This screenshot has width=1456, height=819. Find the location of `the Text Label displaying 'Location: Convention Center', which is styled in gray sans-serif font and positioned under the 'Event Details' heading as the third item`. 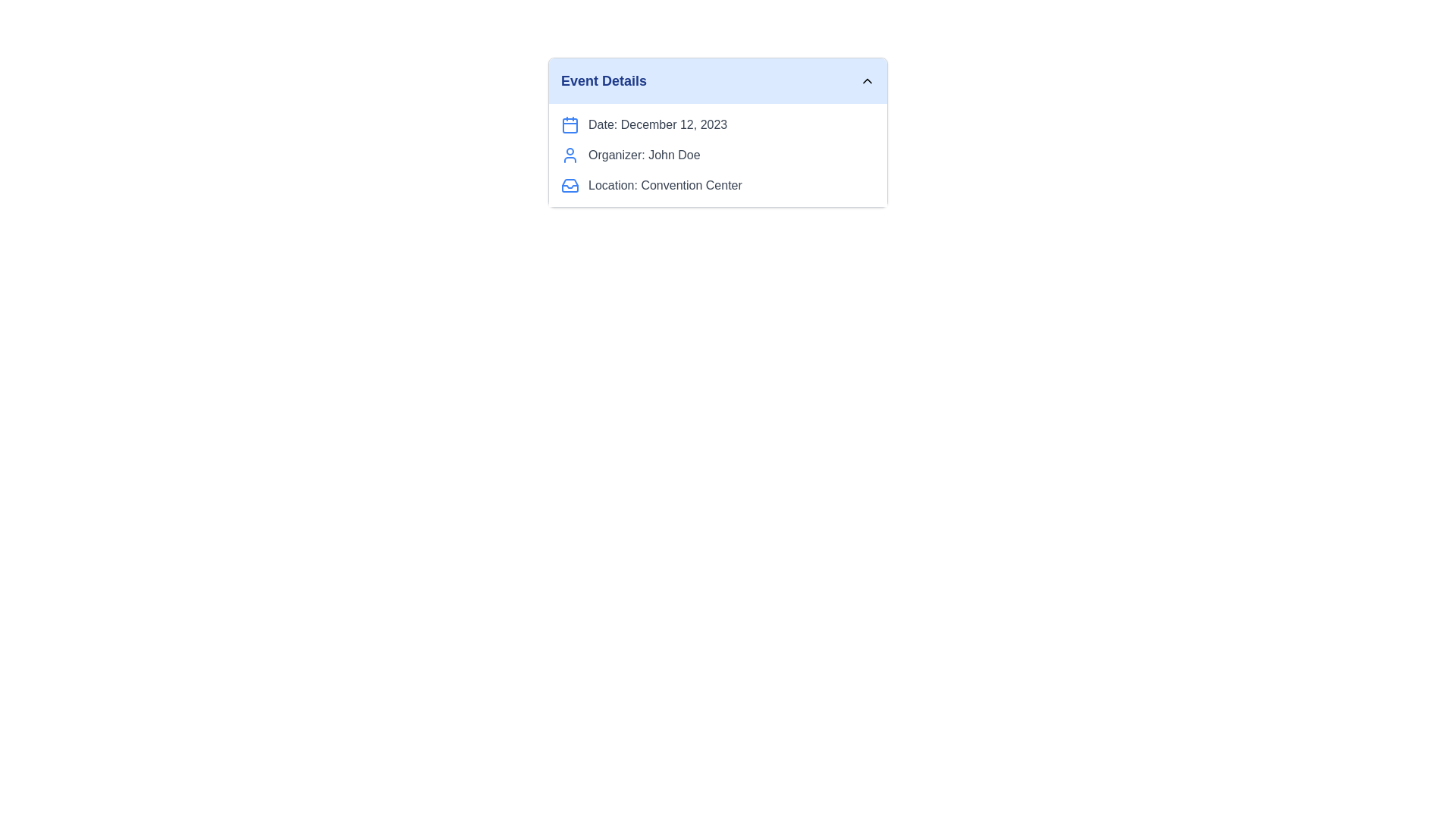

the Text Label displaying 'Location: Convention Center', which is styled in gray sans-serif font and positioned under the 'Event Details' heading as the third item is located at coordinates (665, 185).